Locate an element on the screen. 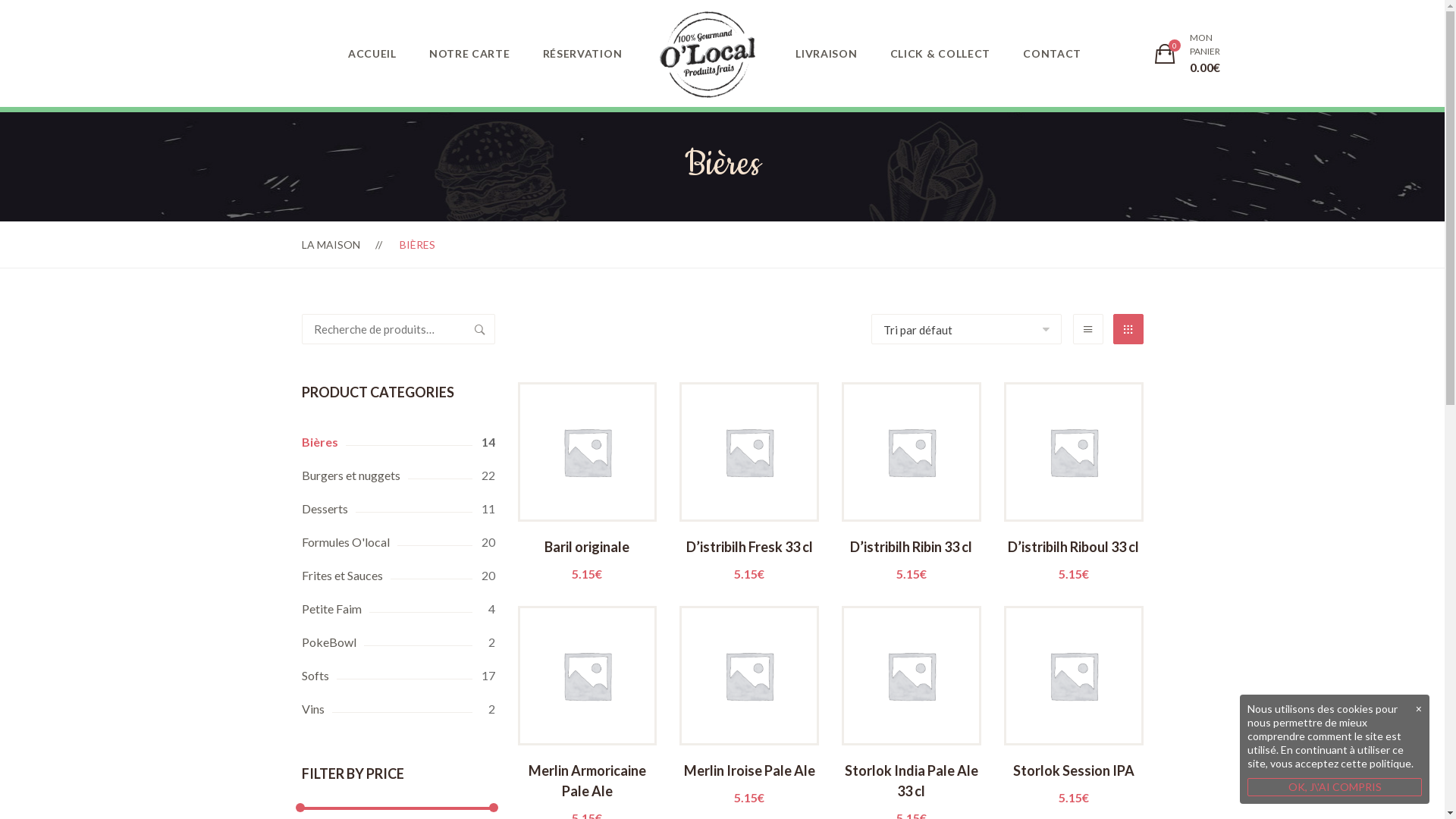  'Vins' is located at coordinates (398, 708).